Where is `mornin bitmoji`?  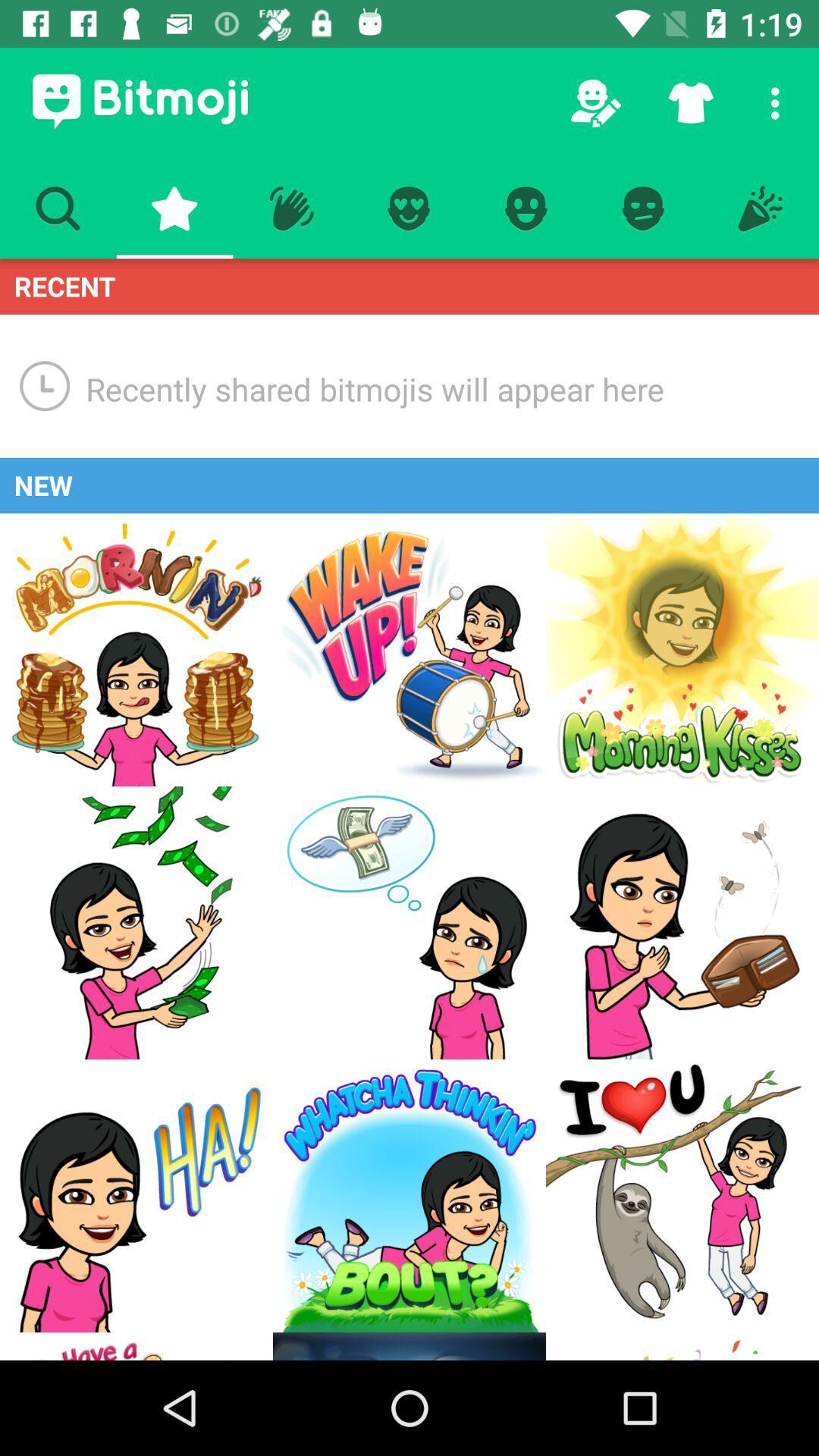 mornin bitmoji is located at coordinates (136, 650).